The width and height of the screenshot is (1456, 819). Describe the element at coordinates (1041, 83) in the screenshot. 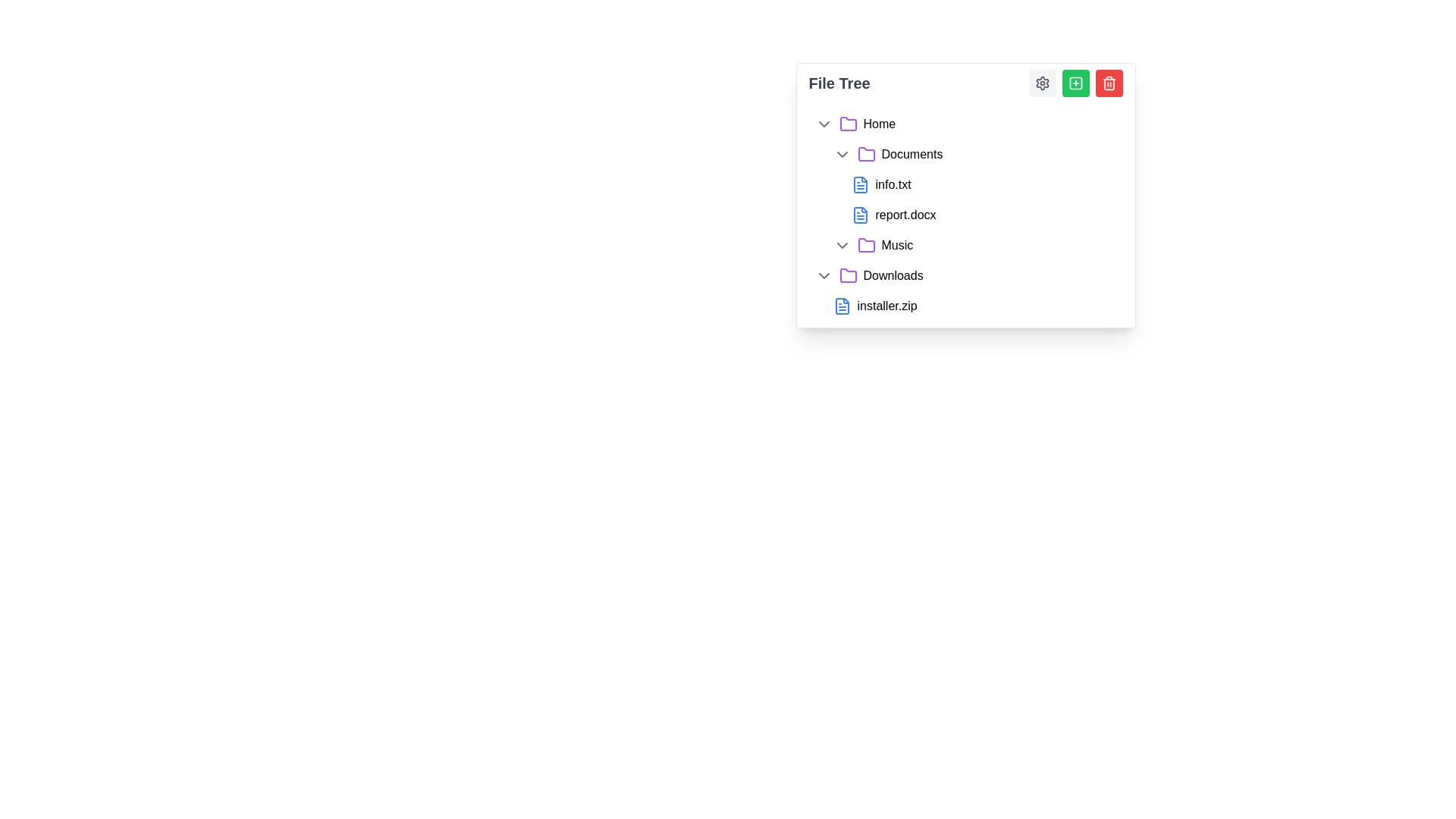

I see `the rounded gray button with a gear-shaped icon located in the top right corner of the file tree widget` at that location.